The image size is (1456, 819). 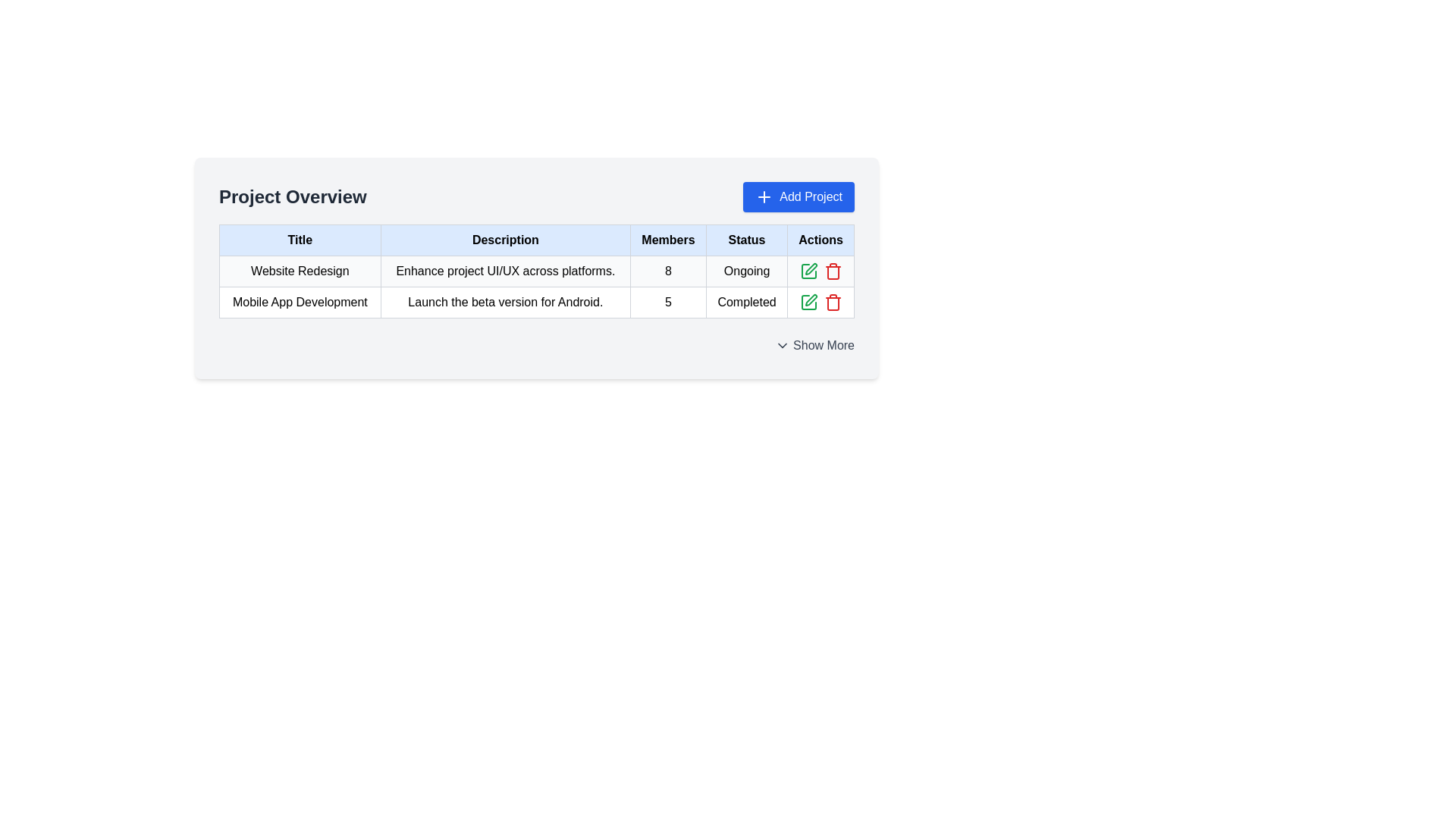 I want to click on the Chevron Down icon, which is located to the right of the 'Show More' text at the bottom-right corner of the card interface, so click(x=783, y=345).